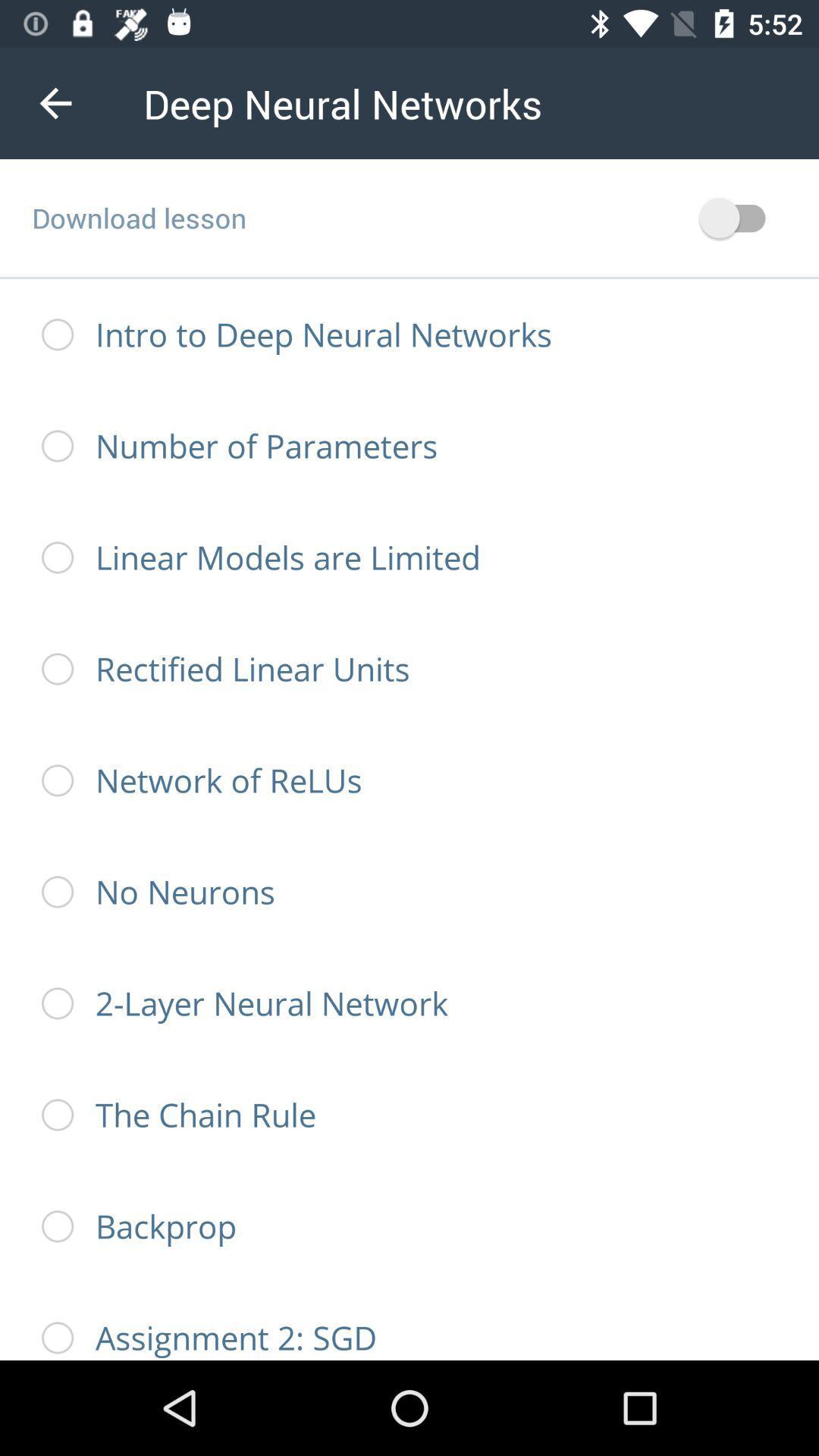 This screenshot has width=819, height=1456. What do you see at coordinates (55, 102) in the screenshot?
I see `item to the left of the deep neural networks icon` at bounding box center [55, 102].